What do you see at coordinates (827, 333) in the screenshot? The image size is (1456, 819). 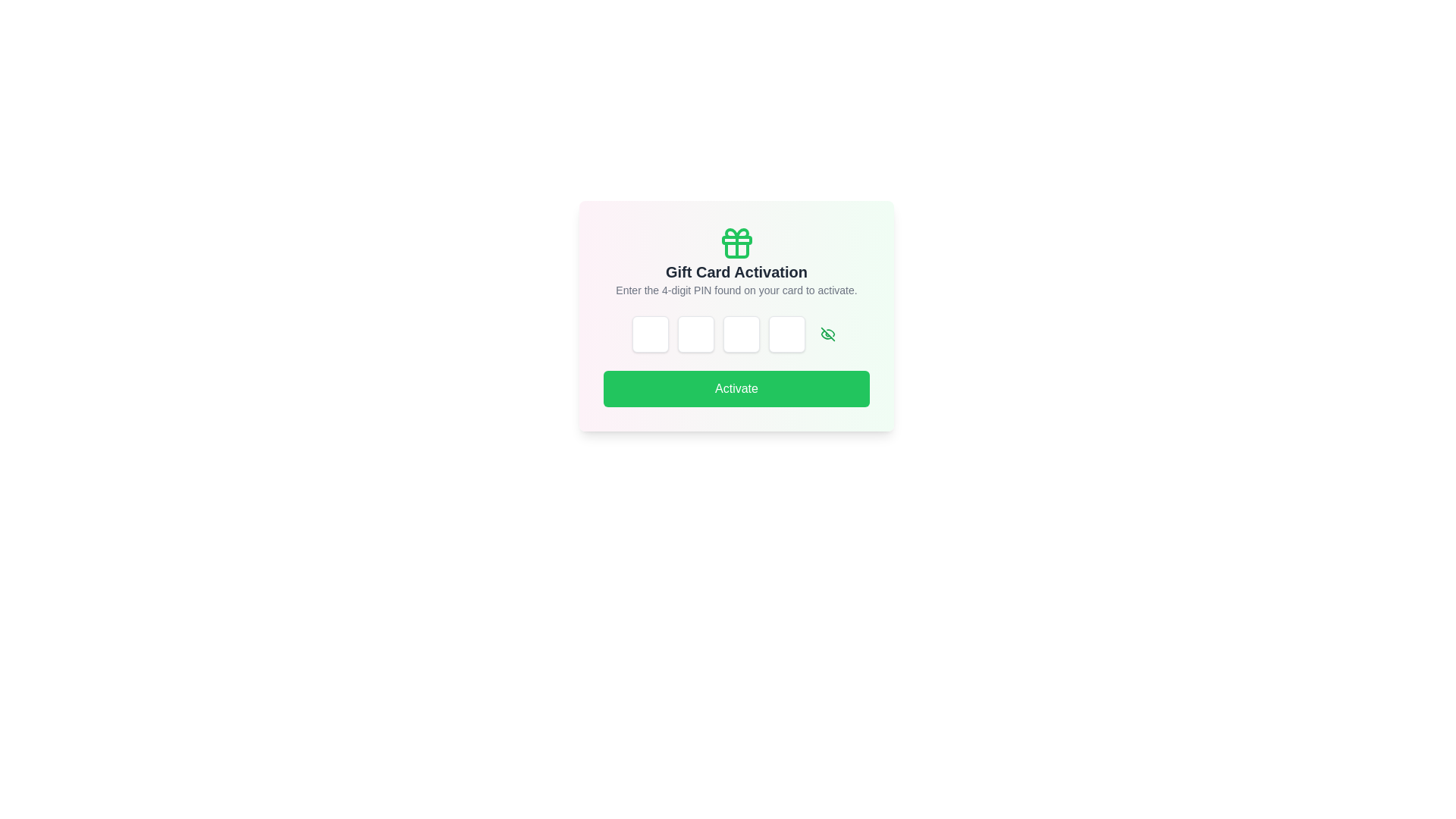 I see `the visibility toggle icon located to the right of the last PIN input field` at bounding box center [827, 333].